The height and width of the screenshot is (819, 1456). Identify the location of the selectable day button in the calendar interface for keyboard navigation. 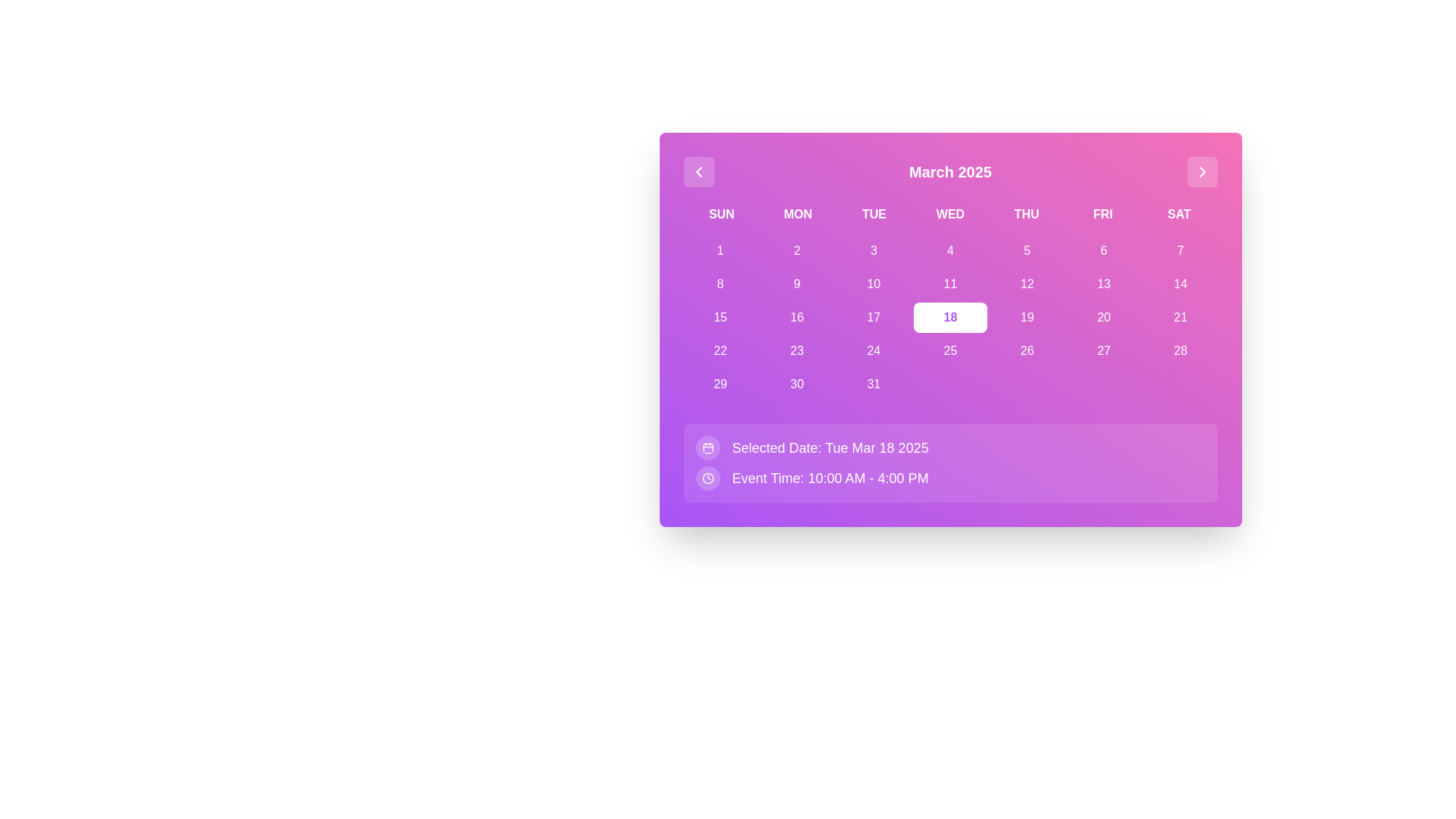
(796, 250).